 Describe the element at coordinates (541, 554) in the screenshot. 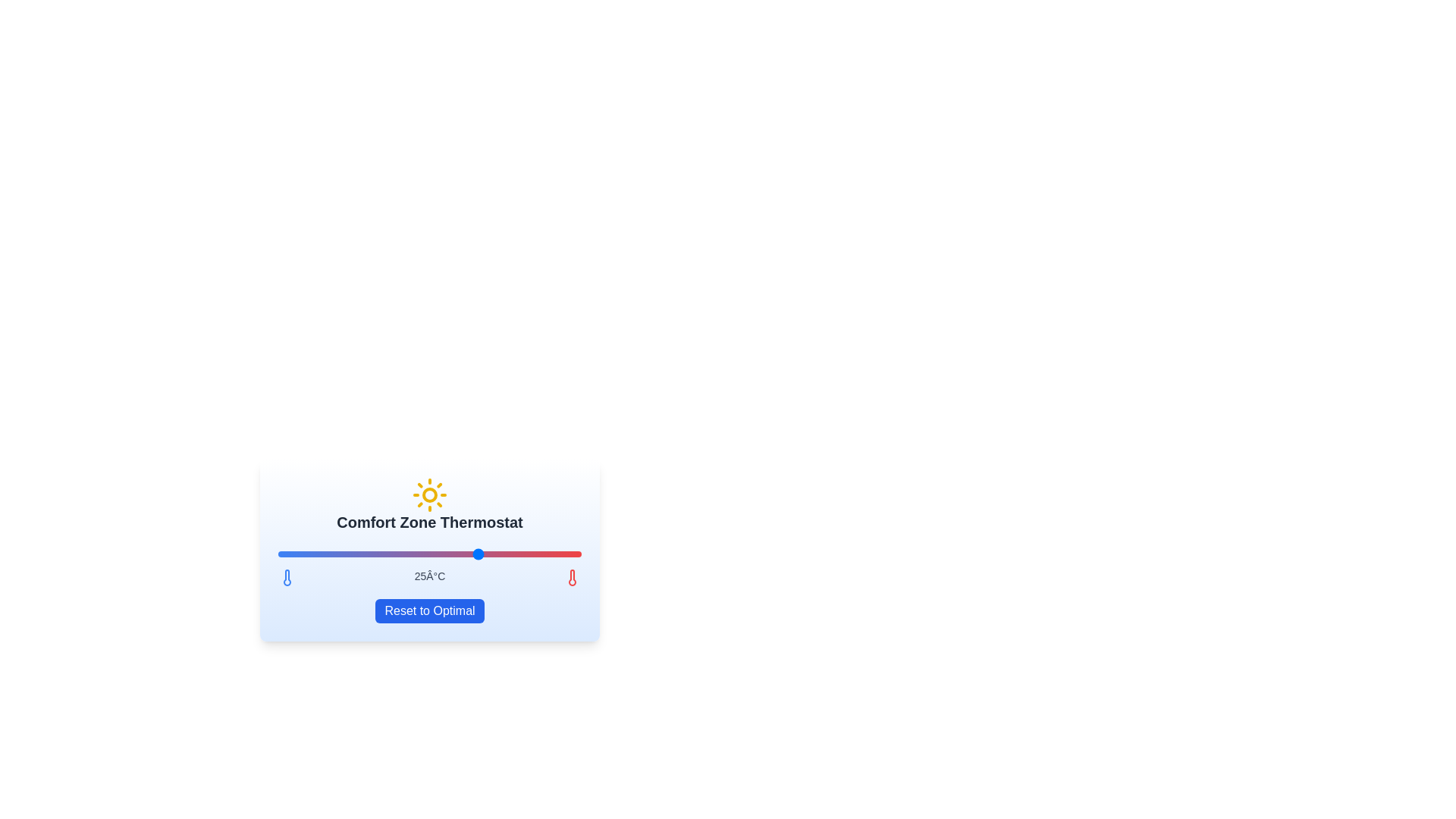

I see `the temperature slider to set the temperature to 28°C` at that location.